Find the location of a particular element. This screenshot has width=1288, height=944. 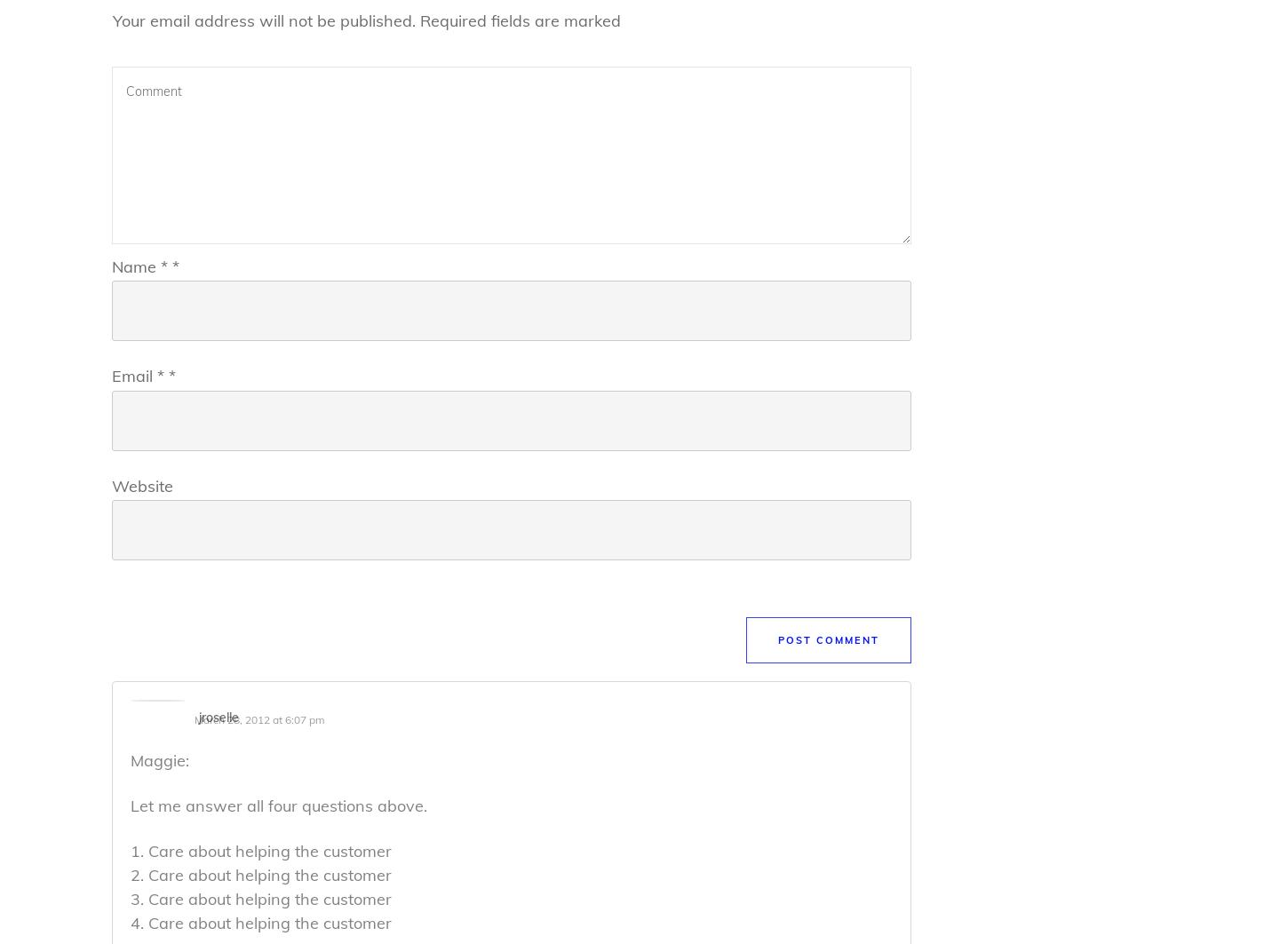

'Post Comment' is located at coordinates (827, 639).